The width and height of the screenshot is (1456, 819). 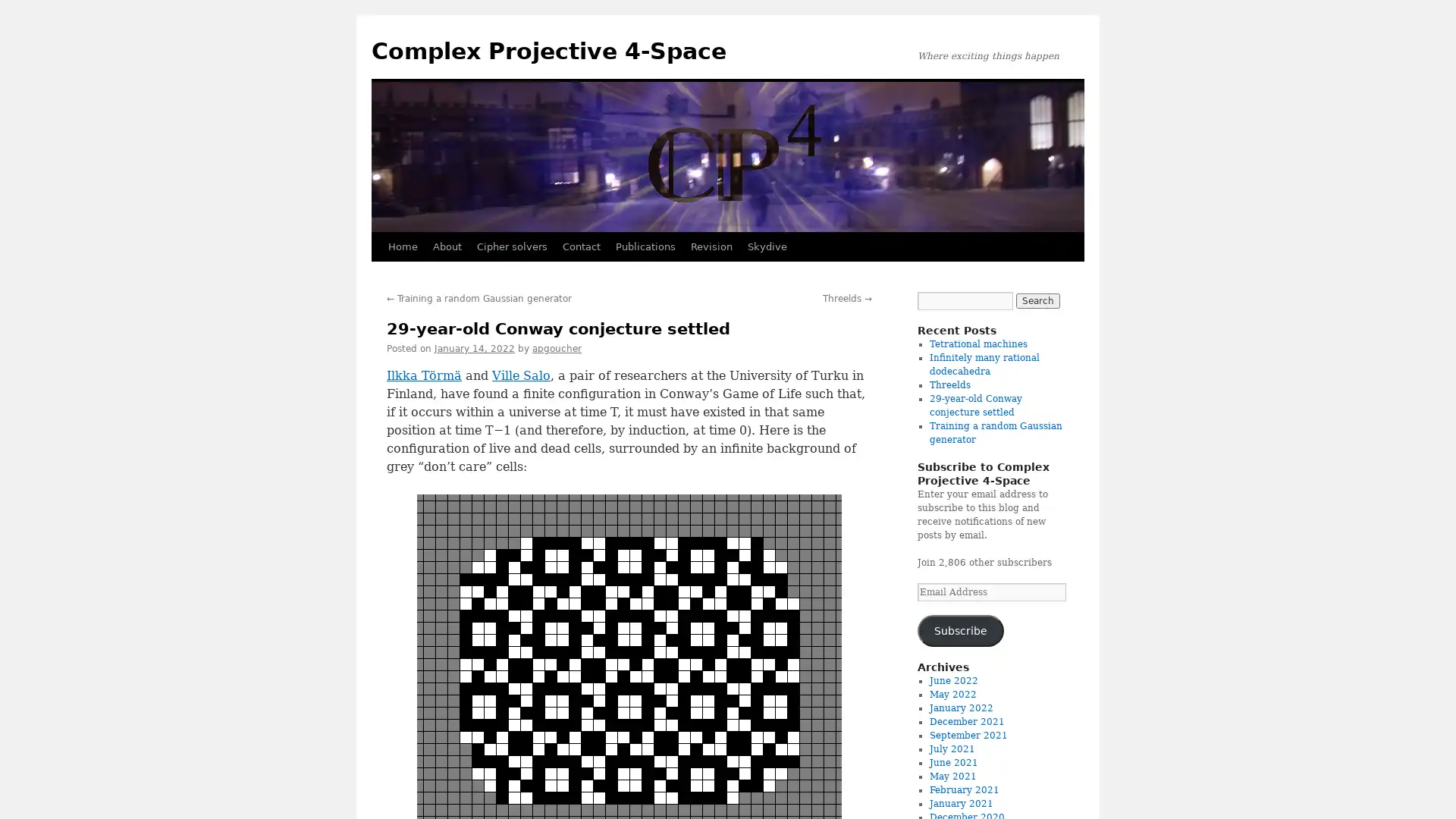 What do you see at coordinates (1037, 301) in the screenshot?
I see `Search` at bounding box center [1037, 301].